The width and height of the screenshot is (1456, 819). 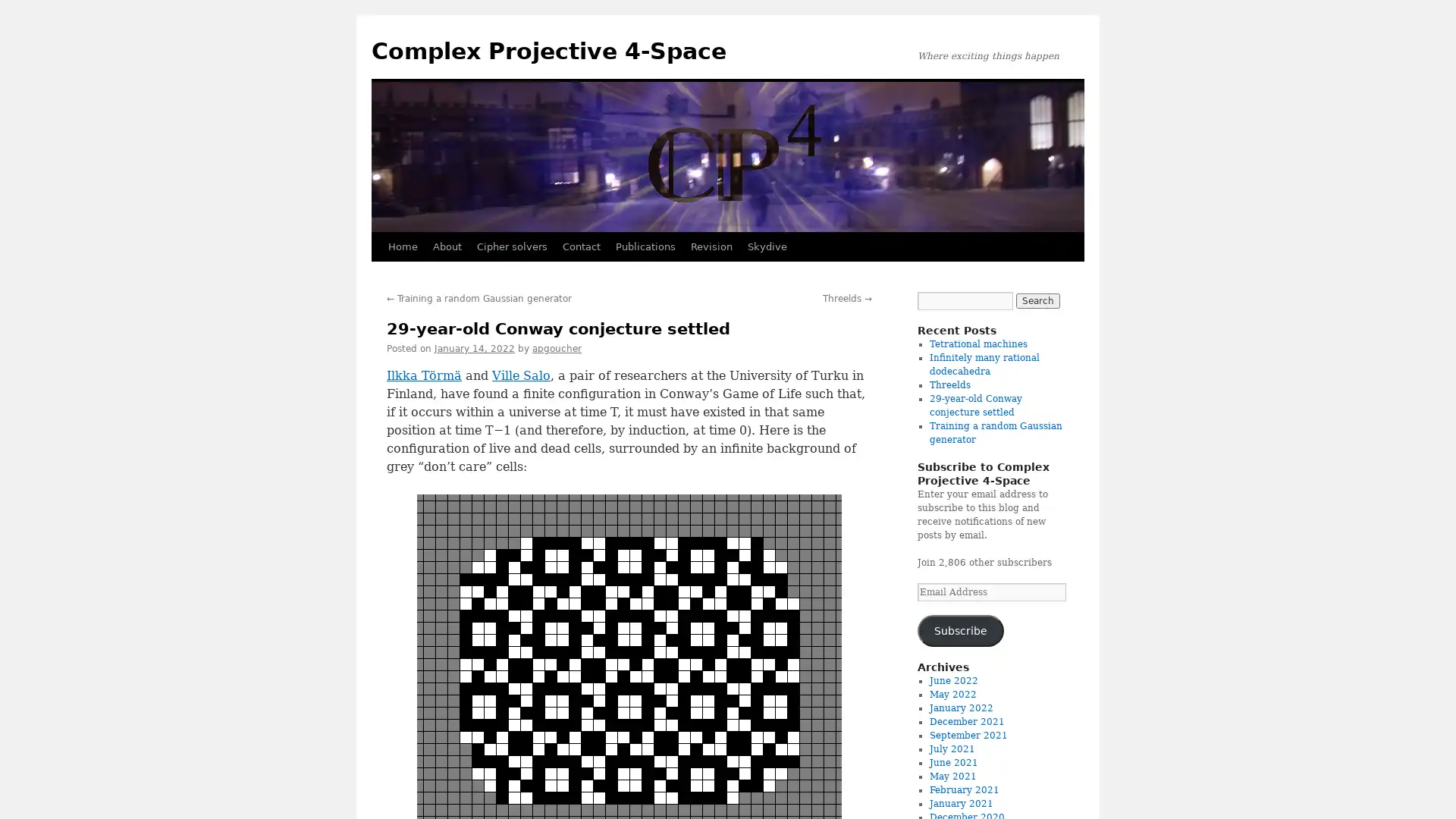 What do you see at coordinates (1037, 301) in the screenshot?
I see `Search` at bounding box center [1037, 301].